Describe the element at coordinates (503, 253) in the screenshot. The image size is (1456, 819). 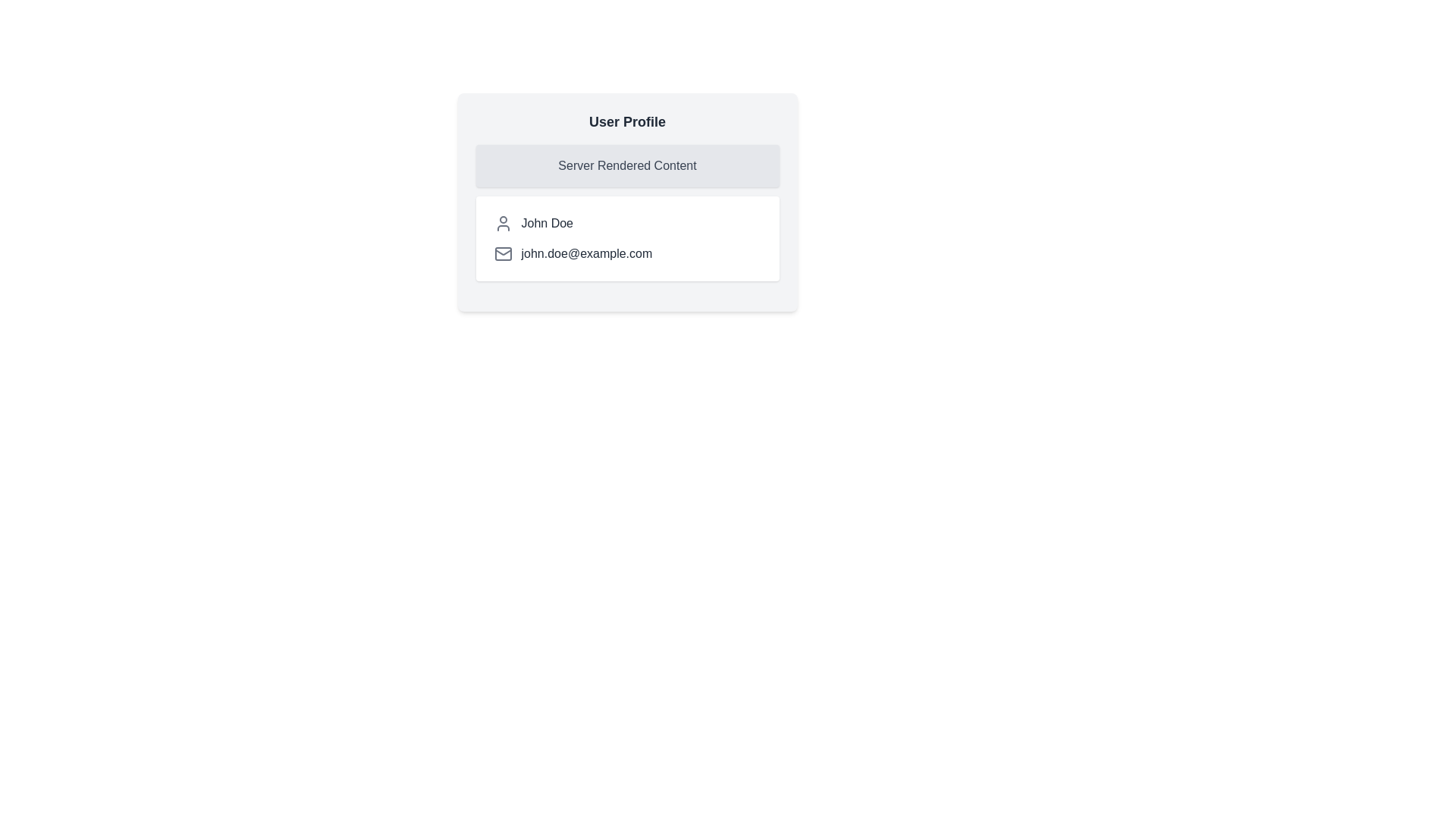
I see `the Envelope icon that visually indicates email contact information, which is positioned immediately before the text 'john.doe@example.com'` at that location.